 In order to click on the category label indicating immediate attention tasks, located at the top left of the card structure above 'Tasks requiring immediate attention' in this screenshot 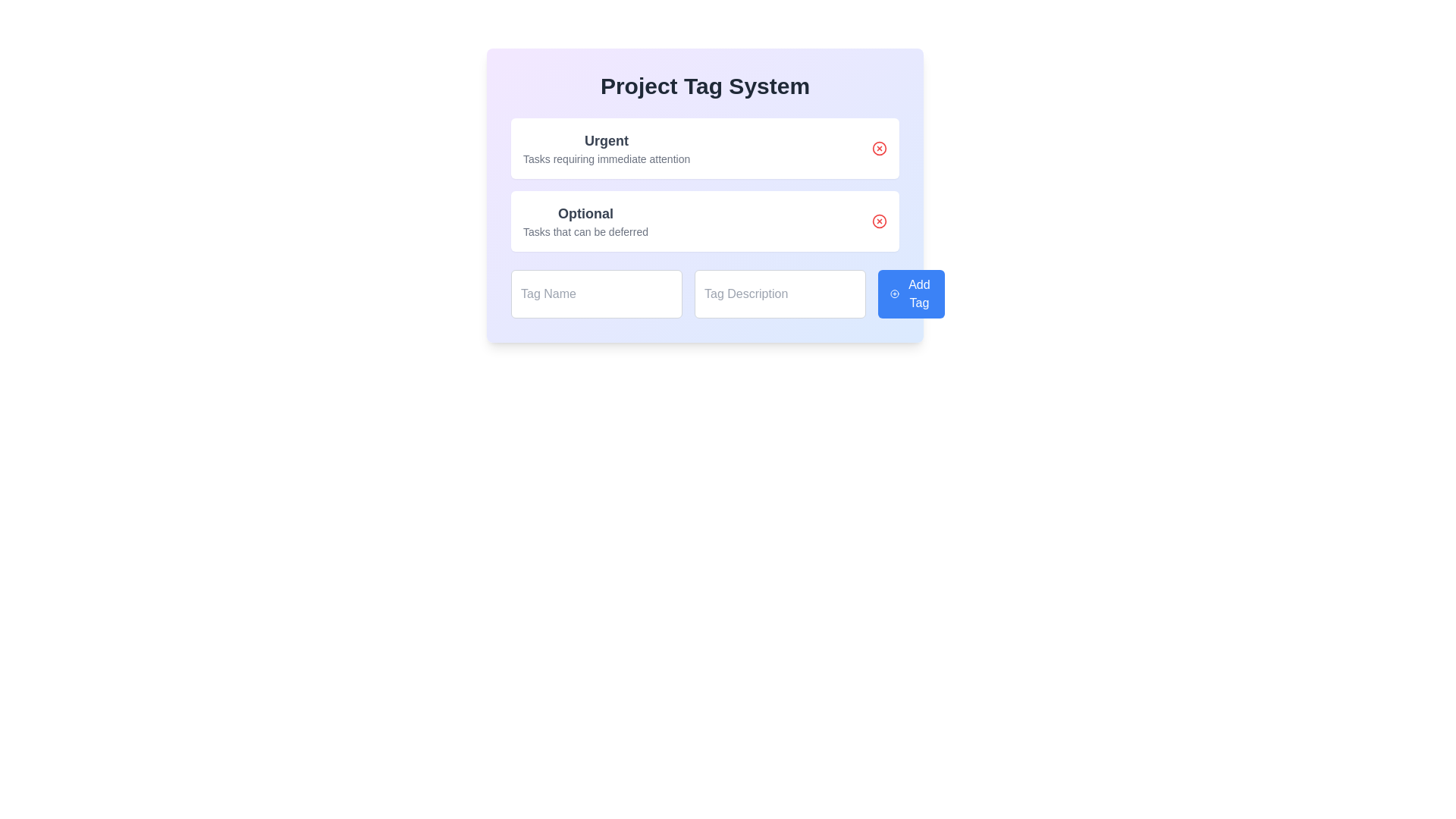, I will do `click(607, 140)`.